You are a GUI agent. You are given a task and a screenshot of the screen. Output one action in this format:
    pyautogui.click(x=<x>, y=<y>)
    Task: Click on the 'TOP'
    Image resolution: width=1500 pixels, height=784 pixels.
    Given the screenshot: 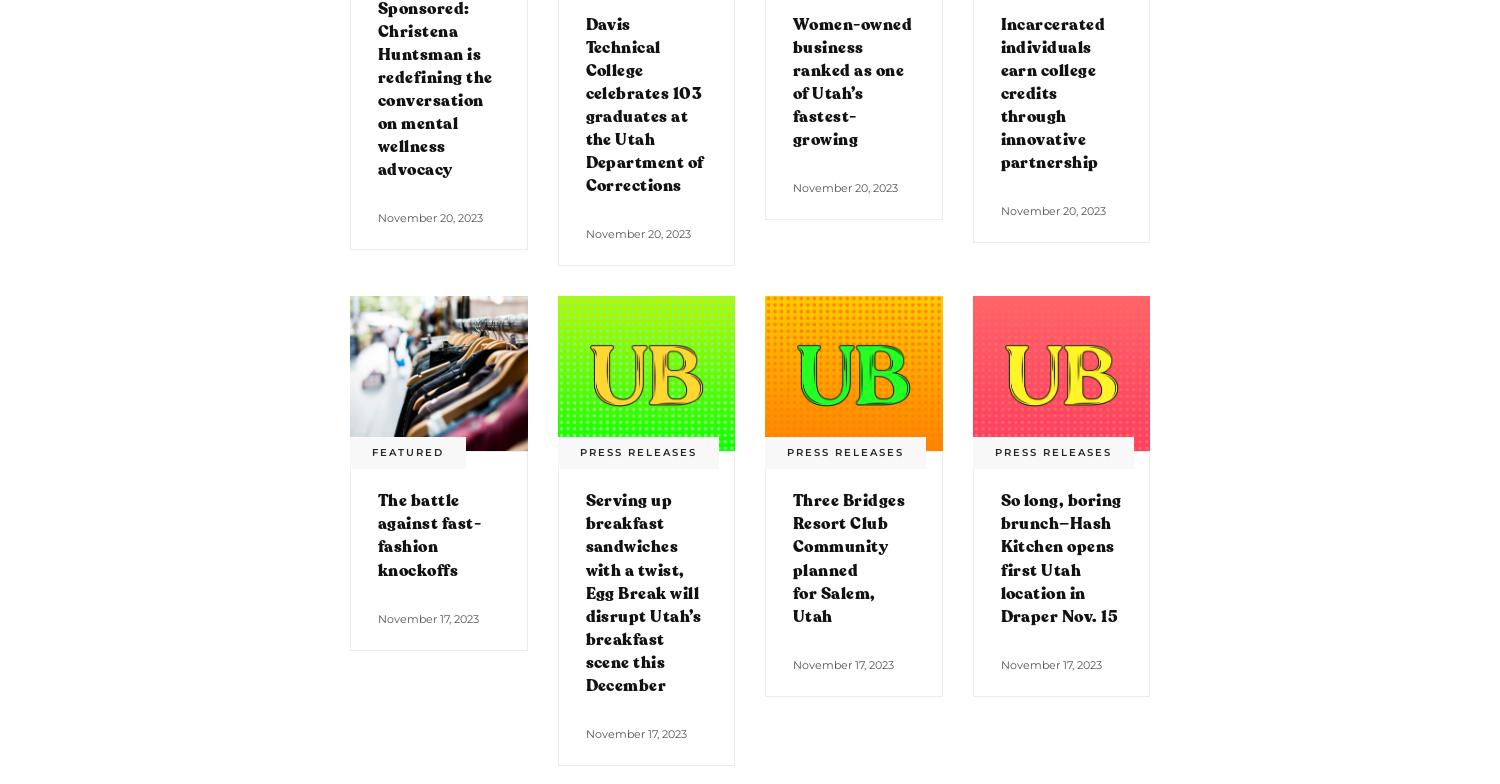 What is the action you would take?
    pyautogui.click(x=1462, y=137)
    